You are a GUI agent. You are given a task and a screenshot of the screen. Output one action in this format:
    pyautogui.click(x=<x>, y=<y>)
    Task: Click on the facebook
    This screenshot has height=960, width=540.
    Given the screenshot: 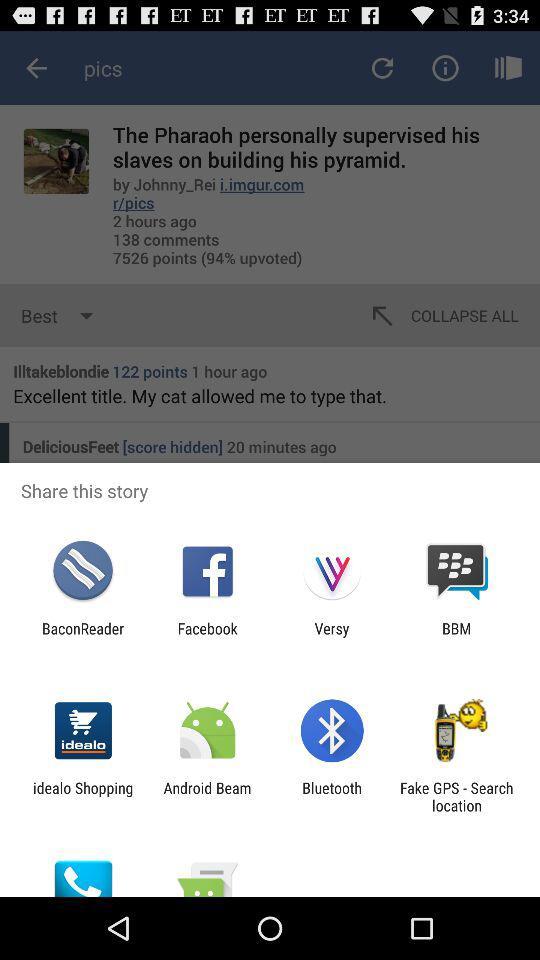 What is the action you would take?
    pyautogui.click(x=206, y=636)
    